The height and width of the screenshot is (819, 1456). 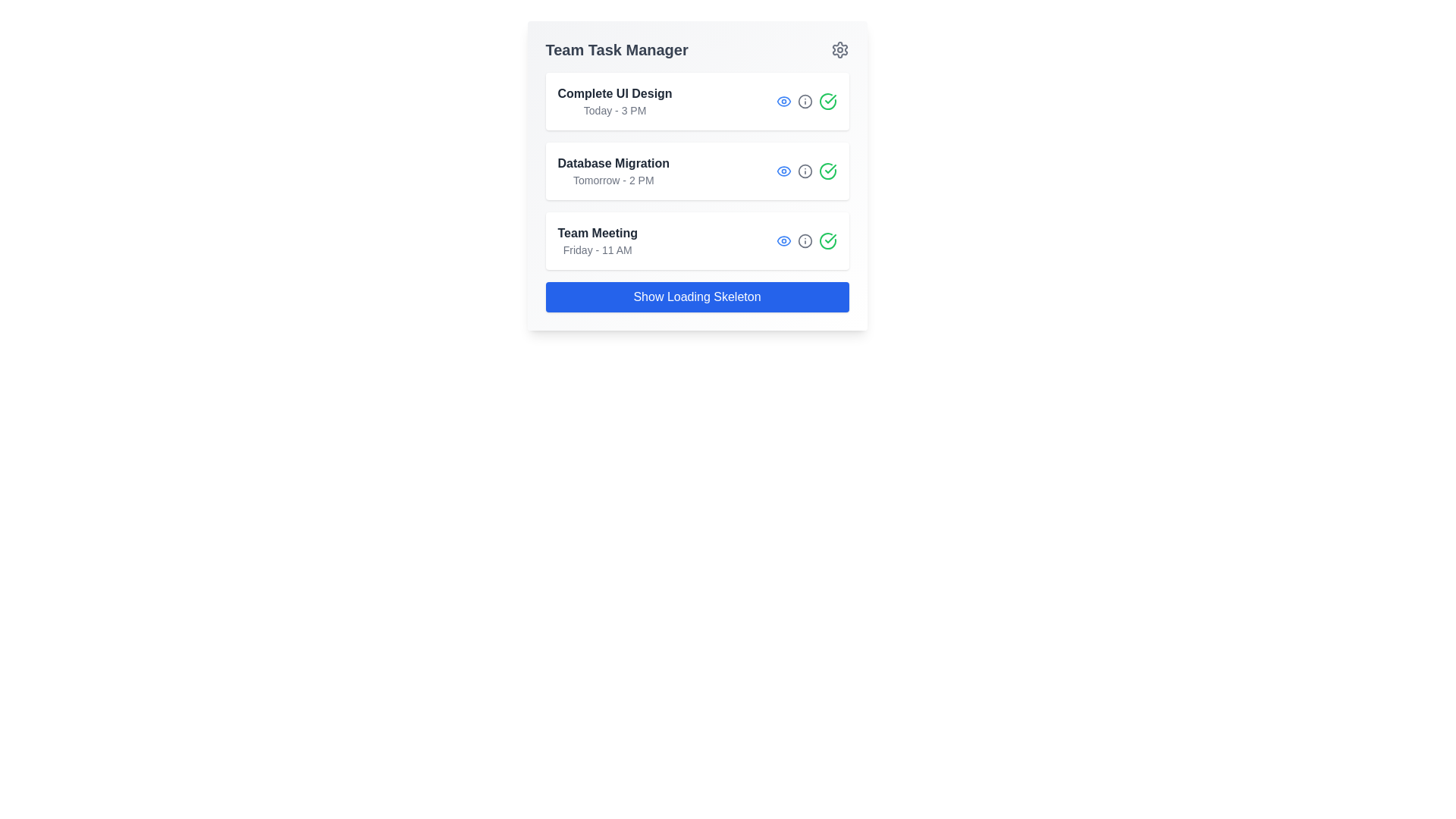 I want to click on the green circular icon indicating the completion status of the task labeled 'Complete UI Design', so click(x=829, y=169).